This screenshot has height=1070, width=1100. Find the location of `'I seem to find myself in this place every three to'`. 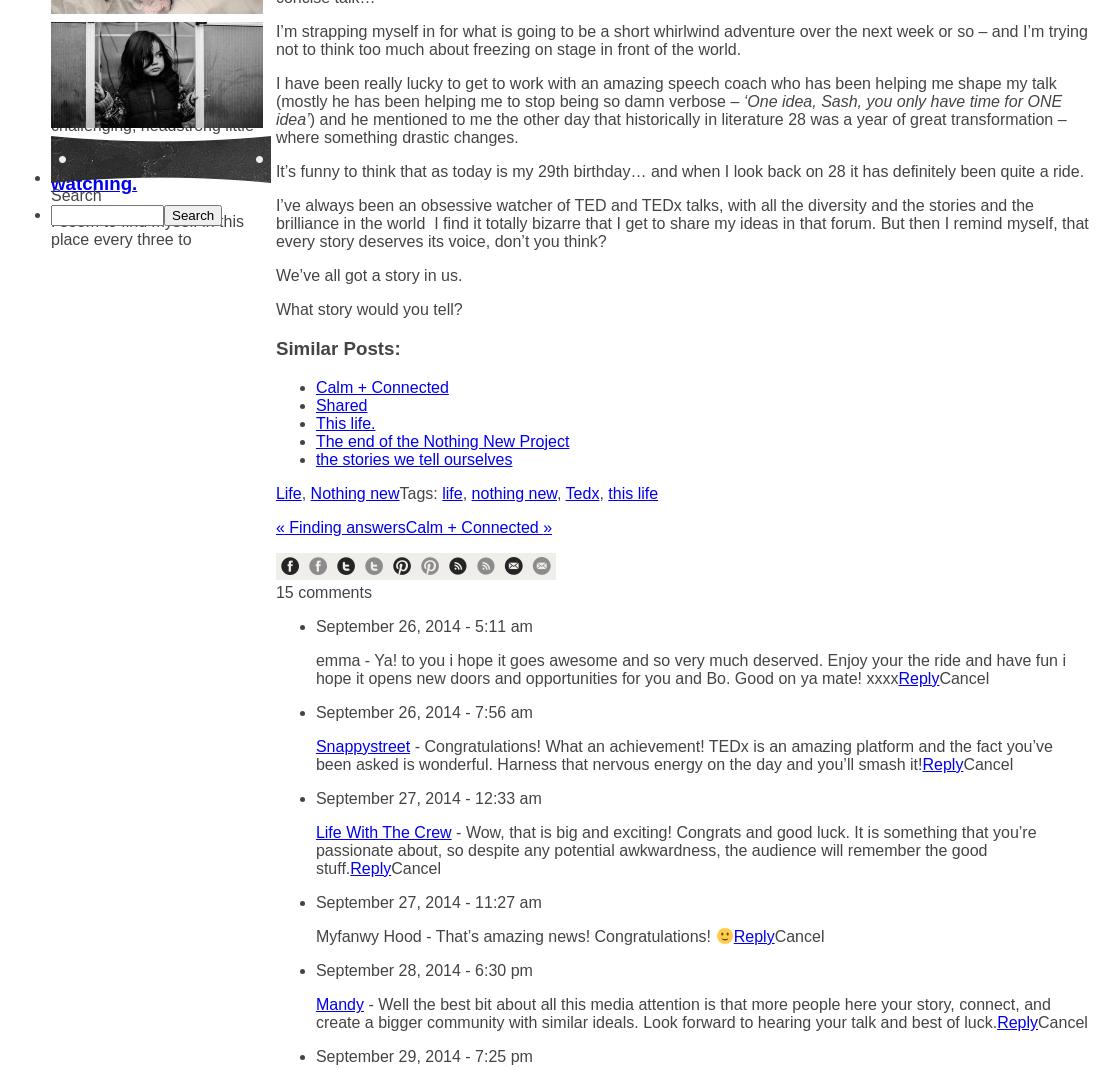

'I seem to find myself in this place every three to' is located at coordinates (145, 229).